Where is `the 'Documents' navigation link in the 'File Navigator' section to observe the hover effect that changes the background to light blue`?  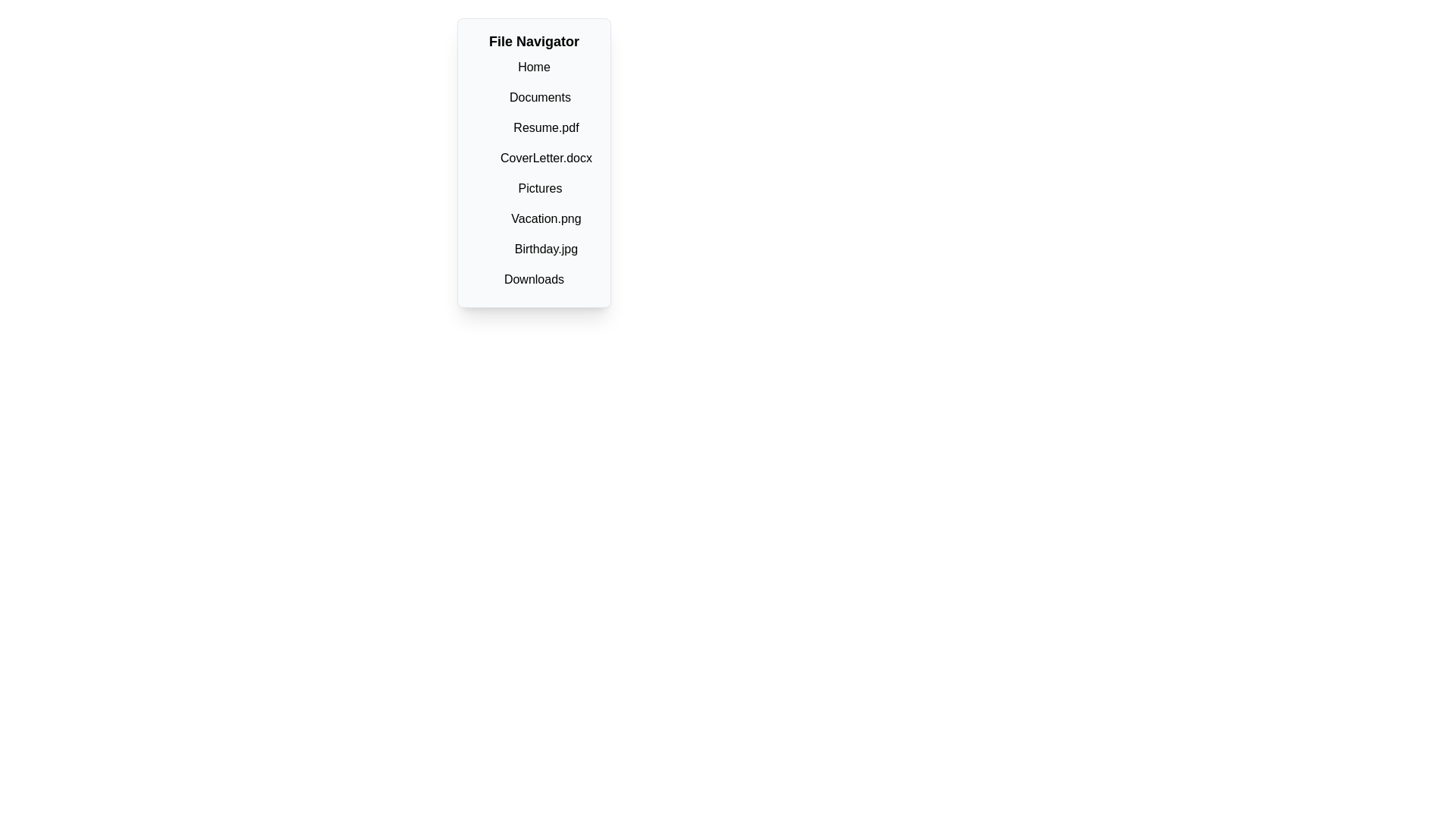 the 'Documents' navigation link in the 'File Navigator' section to observe the hover effect that changes the background to light blue is located at coordinates (540, 97).